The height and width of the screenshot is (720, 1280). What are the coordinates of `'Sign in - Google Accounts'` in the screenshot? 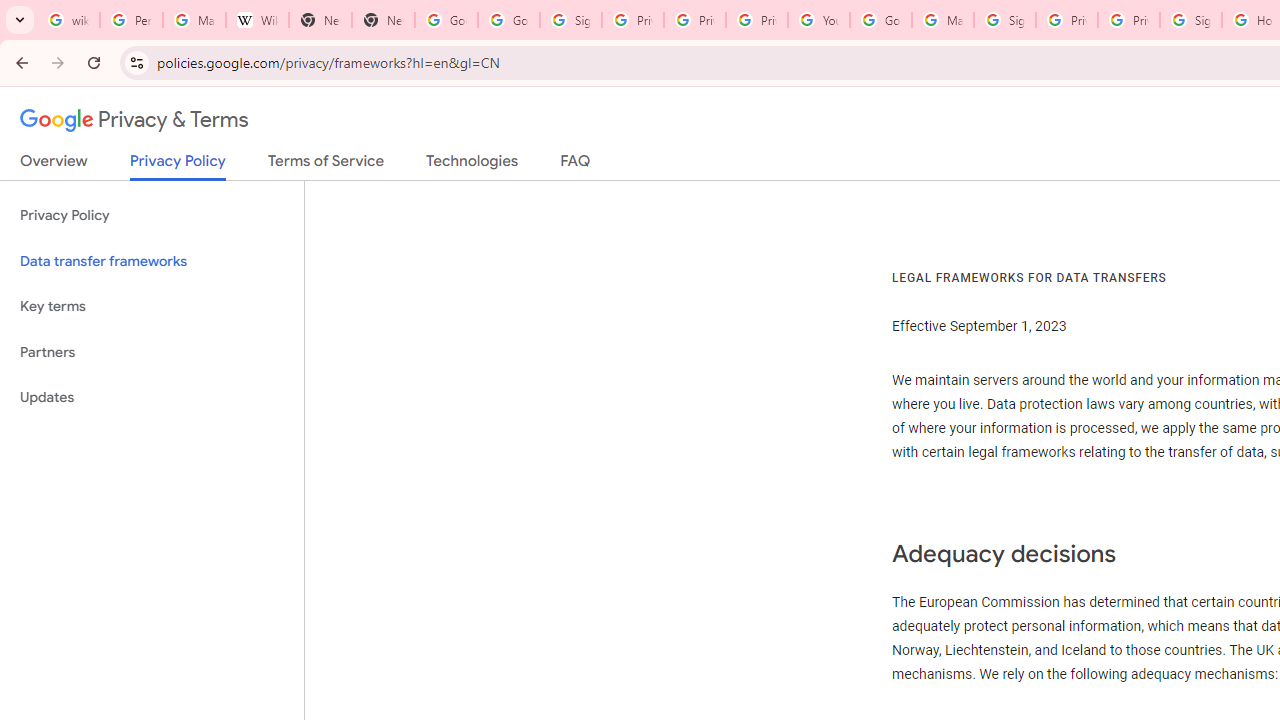 It's located at (569, 20).